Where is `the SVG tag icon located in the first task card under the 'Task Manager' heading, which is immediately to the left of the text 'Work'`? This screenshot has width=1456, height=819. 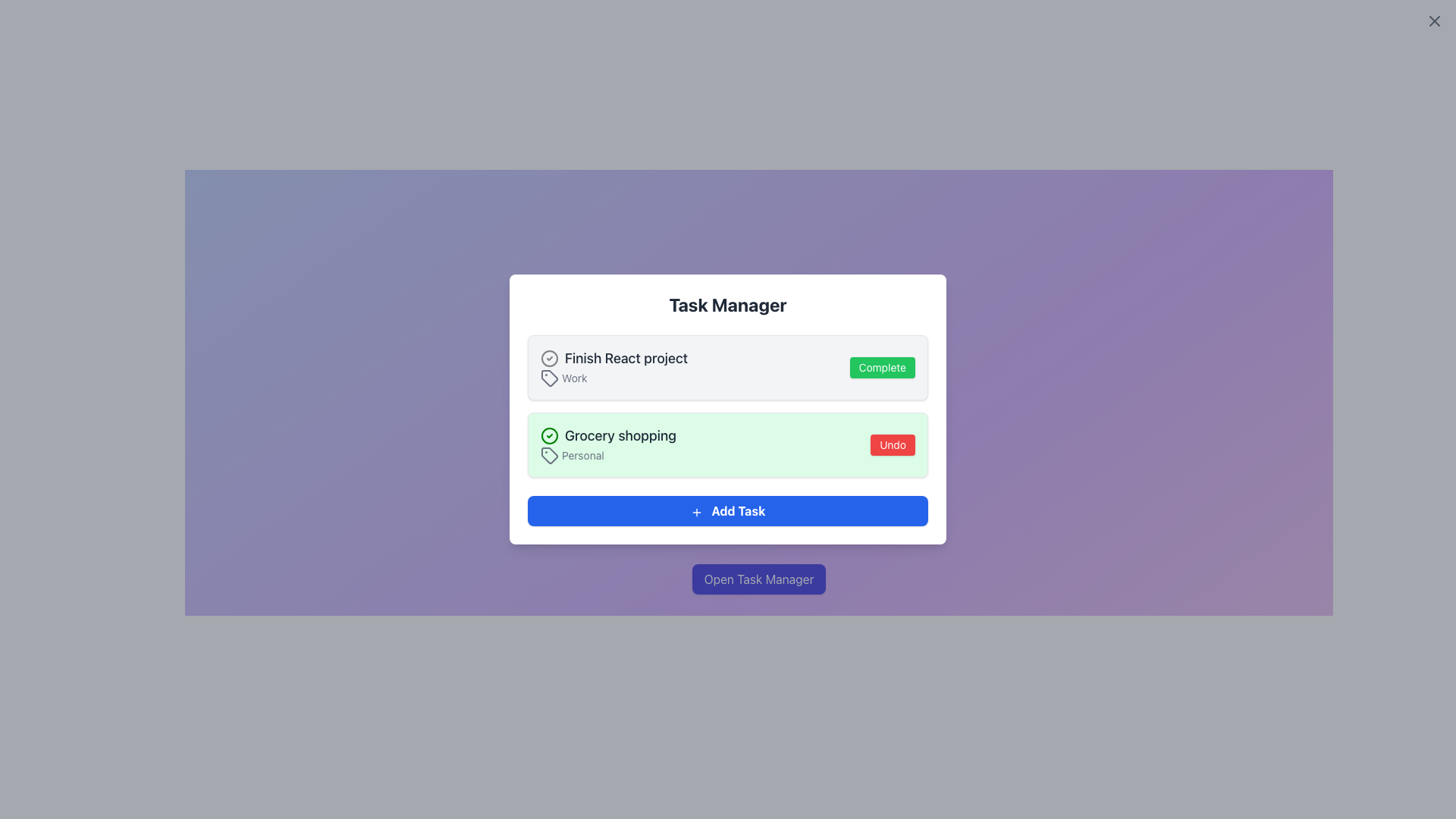
the SVG tag icon located in the first task card under the 'Task Manager' heading, which is immediately to the left of the text 'Work' is located at coordinates (548, 377).